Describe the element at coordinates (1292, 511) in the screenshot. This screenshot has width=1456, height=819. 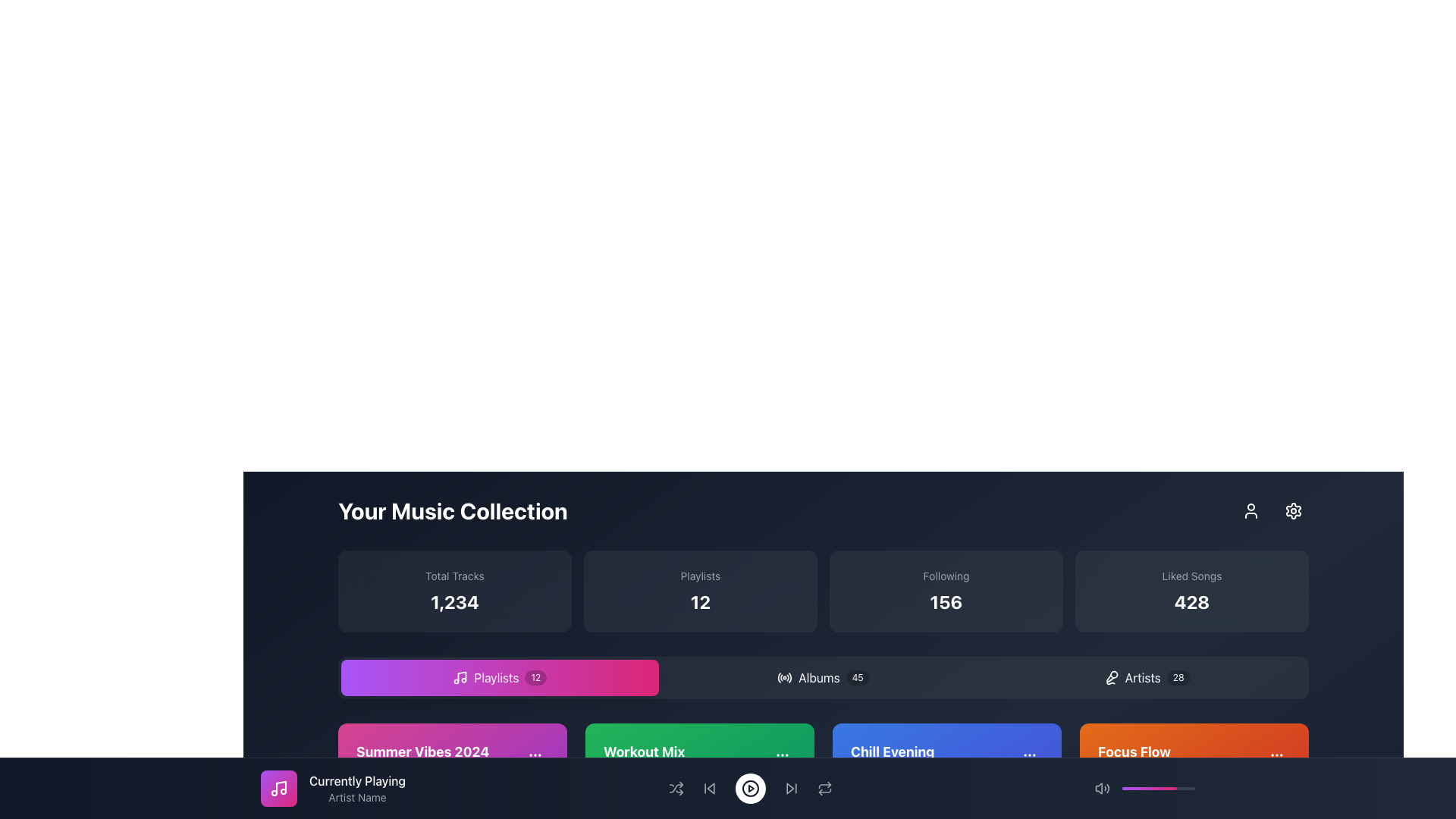
I see `the gear icon-based button located at the top-right corner of the interface` at that location.